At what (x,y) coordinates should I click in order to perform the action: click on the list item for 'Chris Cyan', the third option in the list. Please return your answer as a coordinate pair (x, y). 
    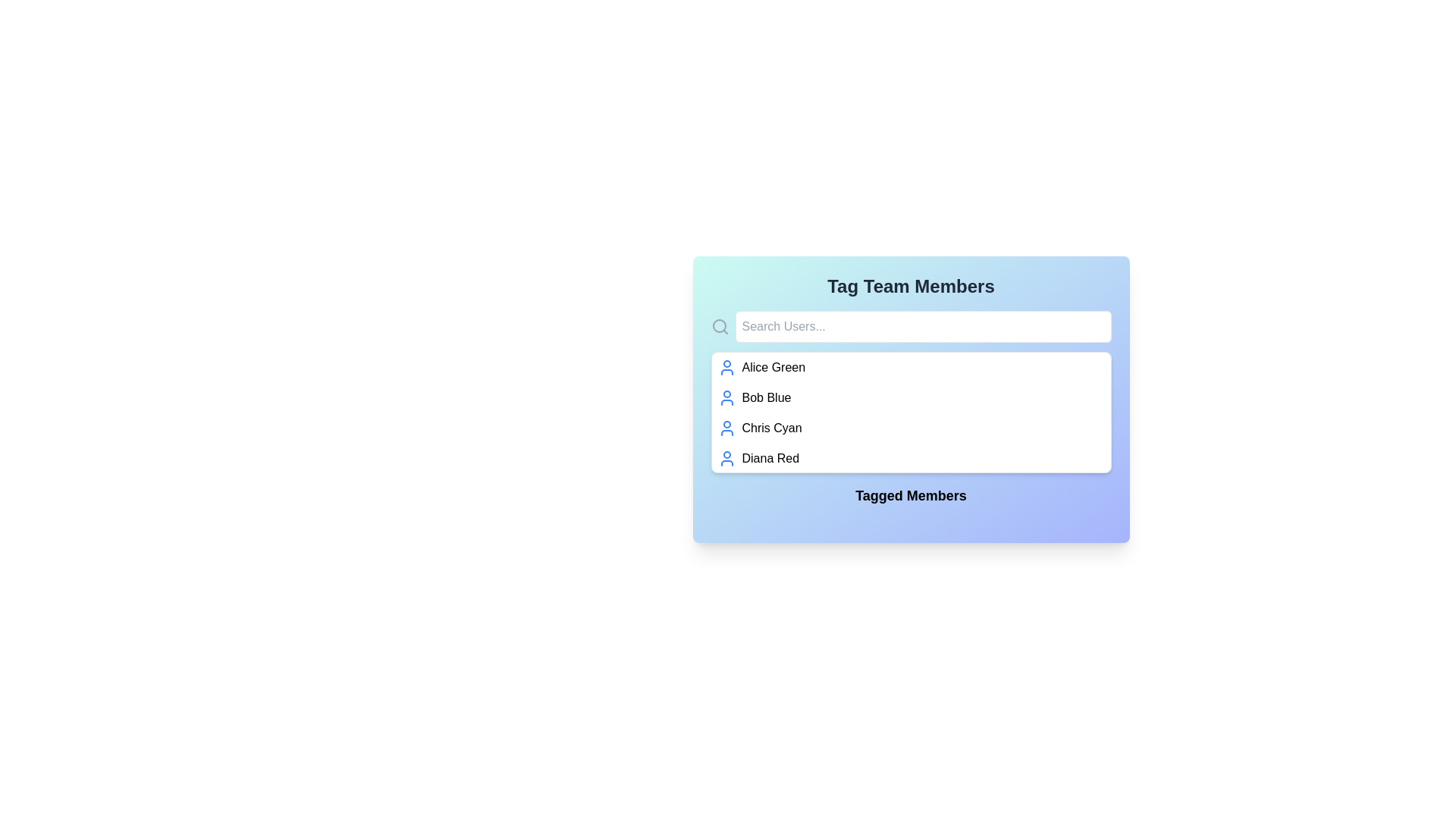
    Looking at the image, I should click on (910, 428).